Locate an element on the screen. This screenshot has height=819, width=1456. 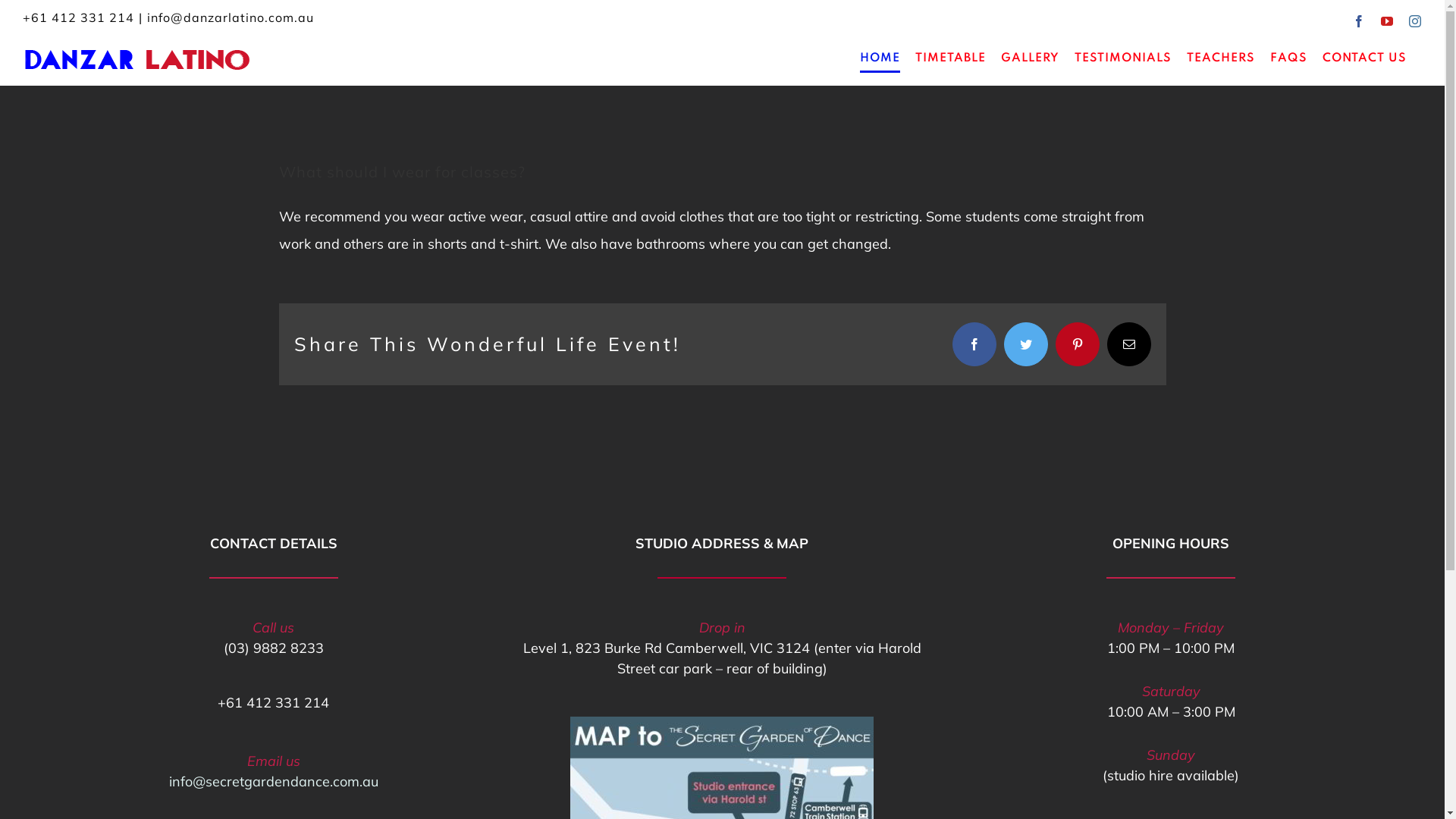
'TEACHERS' is located at coordinates (1220, 58).